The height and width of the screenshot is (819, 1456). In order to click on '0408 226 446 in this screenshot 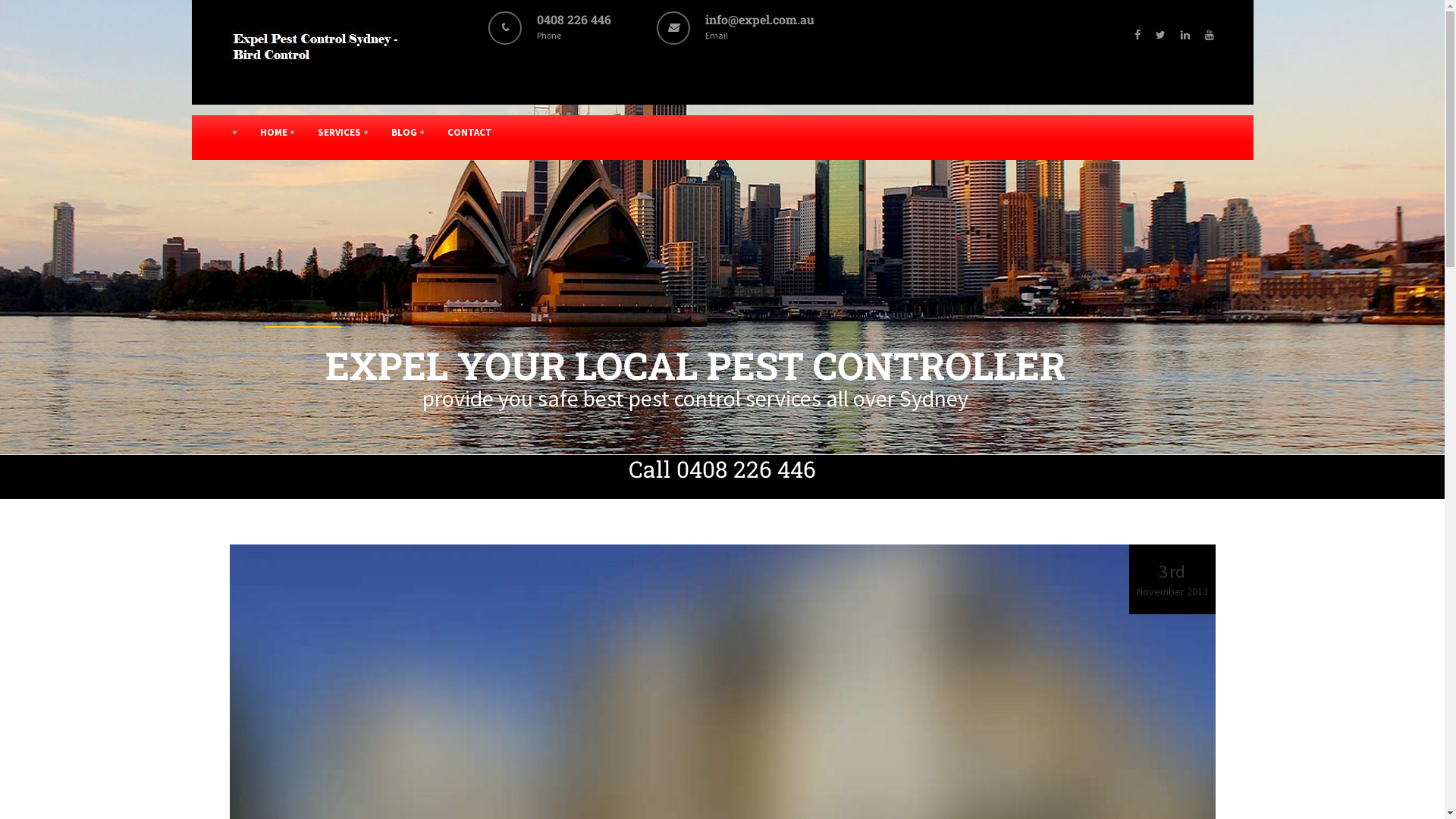, I will do `click(537, 34)`.